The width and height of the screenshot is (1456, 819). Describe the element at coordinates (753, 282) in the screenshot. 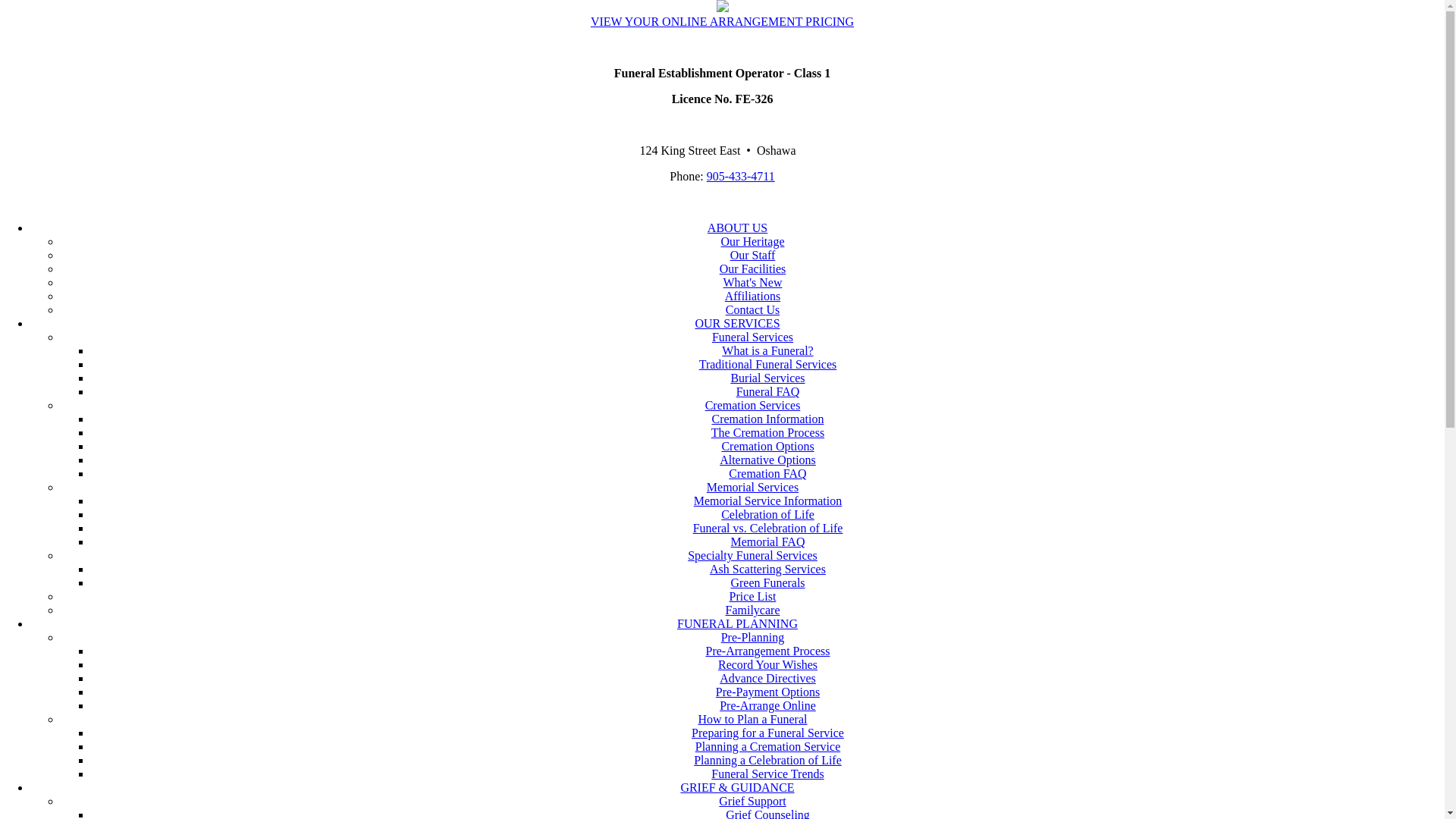

I see `'What's New'` at that location.